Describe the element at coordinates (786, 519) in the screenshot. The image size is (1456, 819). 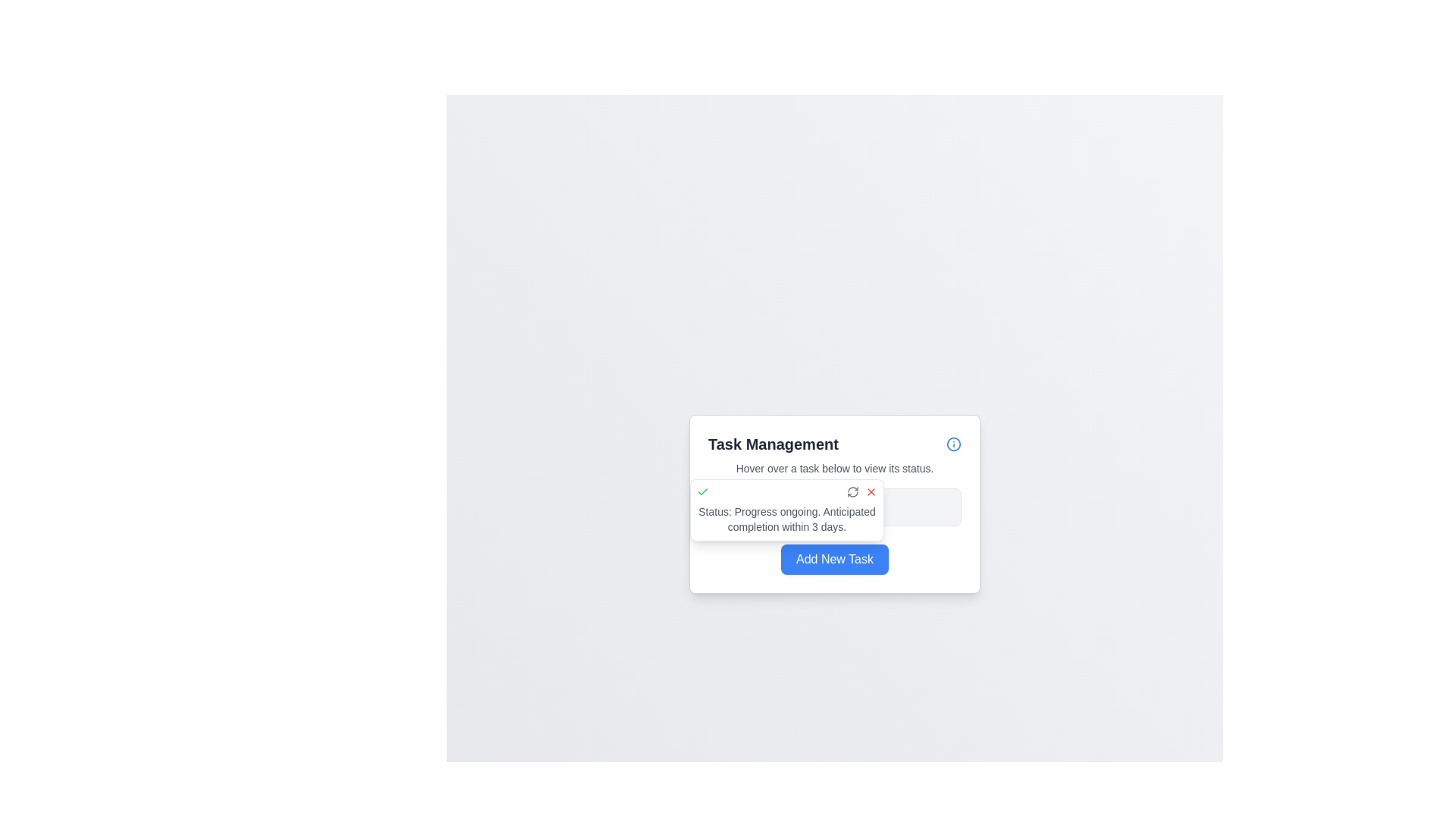
I see `the static informational text element displaying 'Status: Progress ongoing. Anticipated completion within 3 days.'` at that location.